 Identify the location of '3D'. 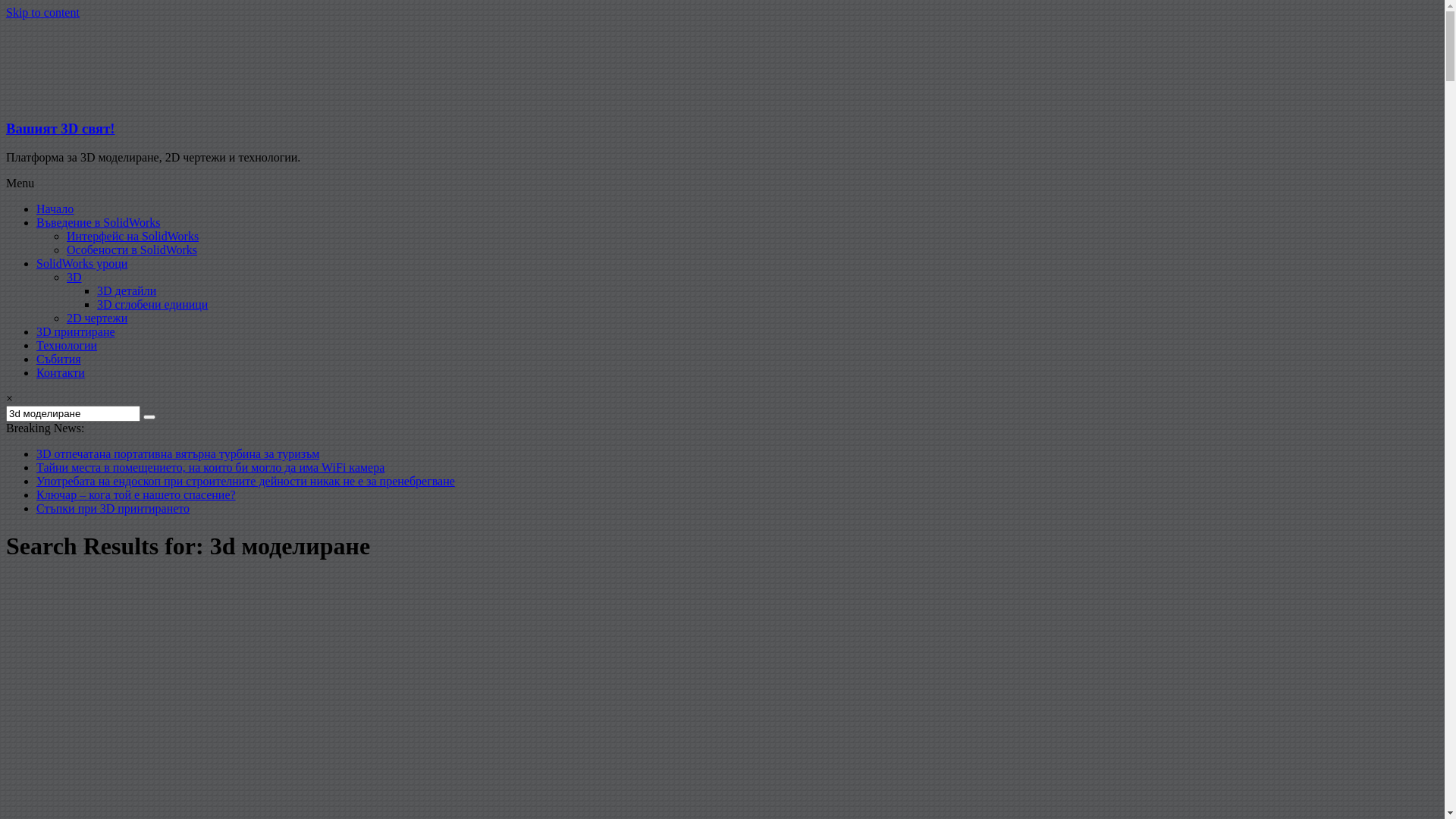
(73, 277).